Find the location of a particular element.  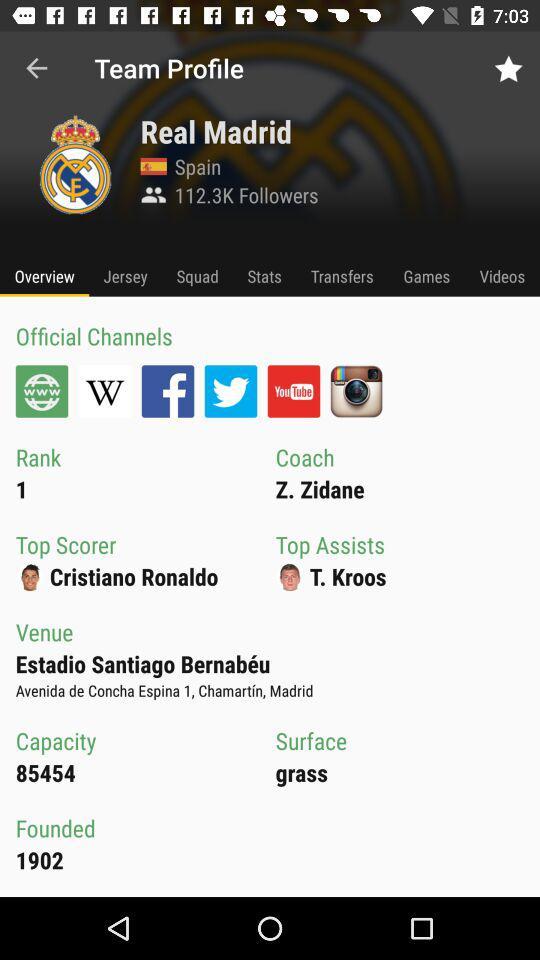

on facebook is located at coordinates (166, 390).